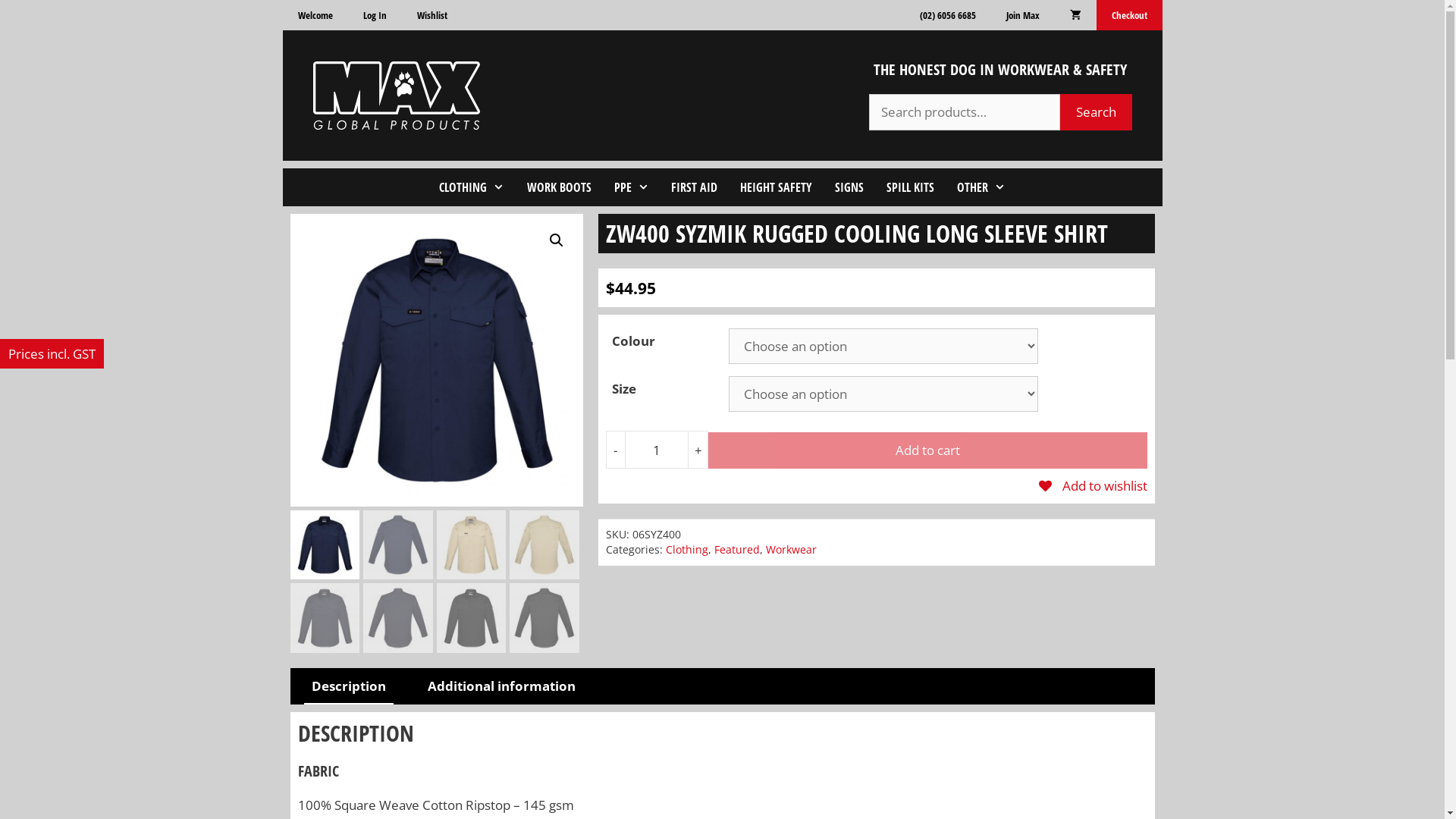  Describe the element at coordinates (693, 186) in the screenshot. I see `'FIRST AID'` at that location.